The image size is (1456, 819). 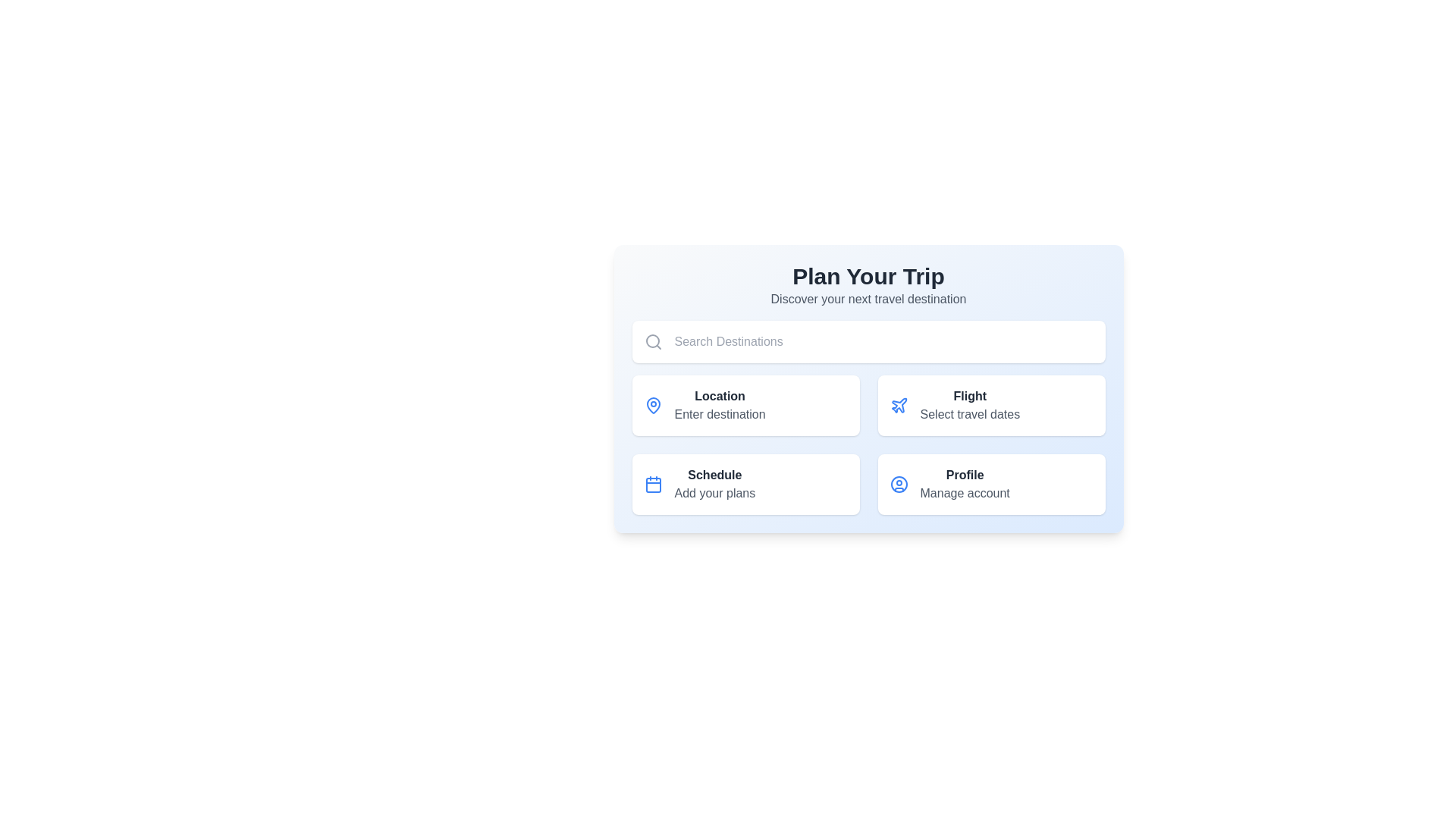 I want to click on the 'Flight' text label, so click(x=969, y=396).